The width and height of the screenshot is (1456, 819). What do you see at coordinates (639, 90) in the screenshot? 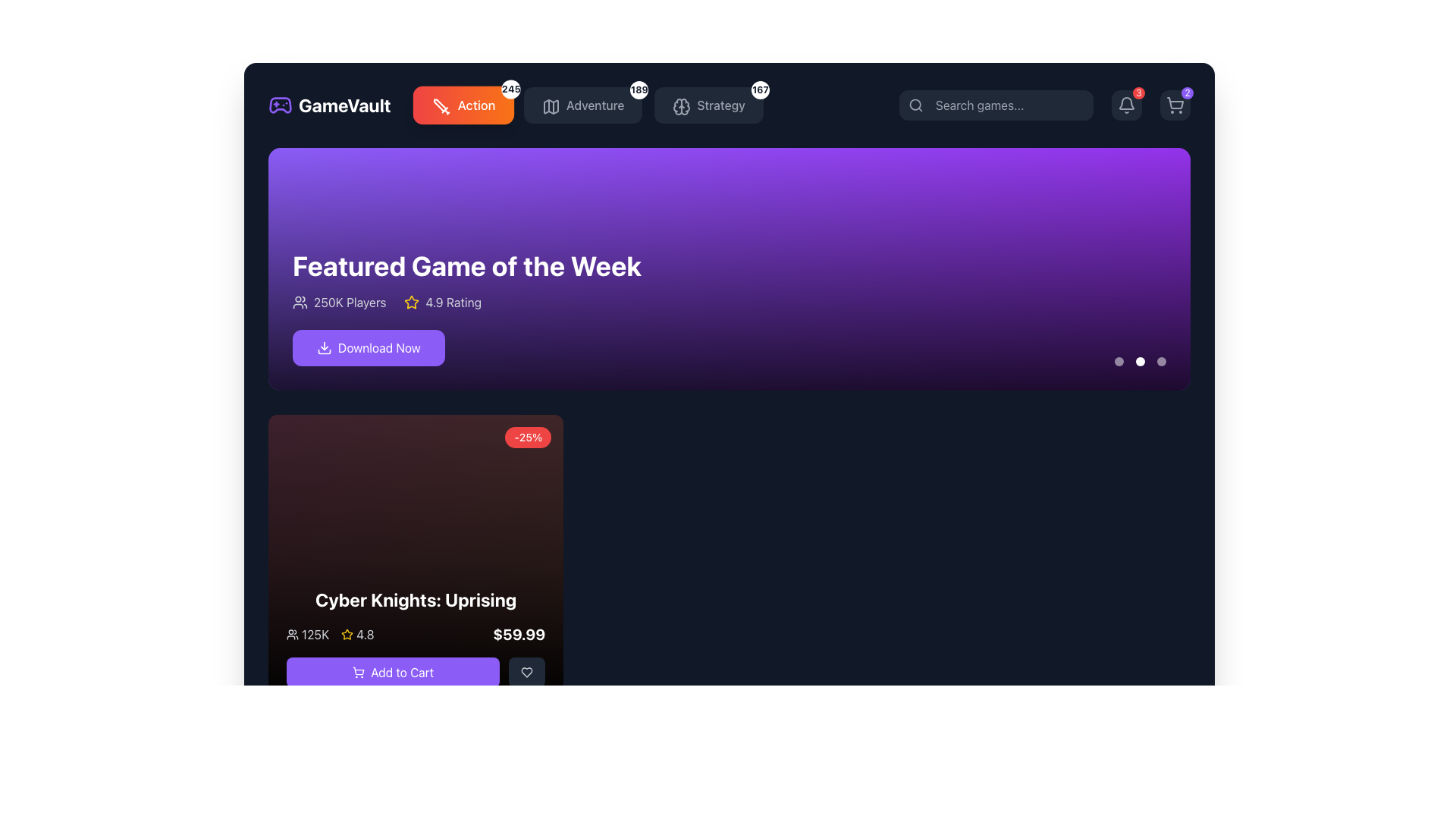
I see `the count on the Notification badge located at the top right of the 'Adventure' button in the horizontal navigation bar` at bounding box center [639, 90].